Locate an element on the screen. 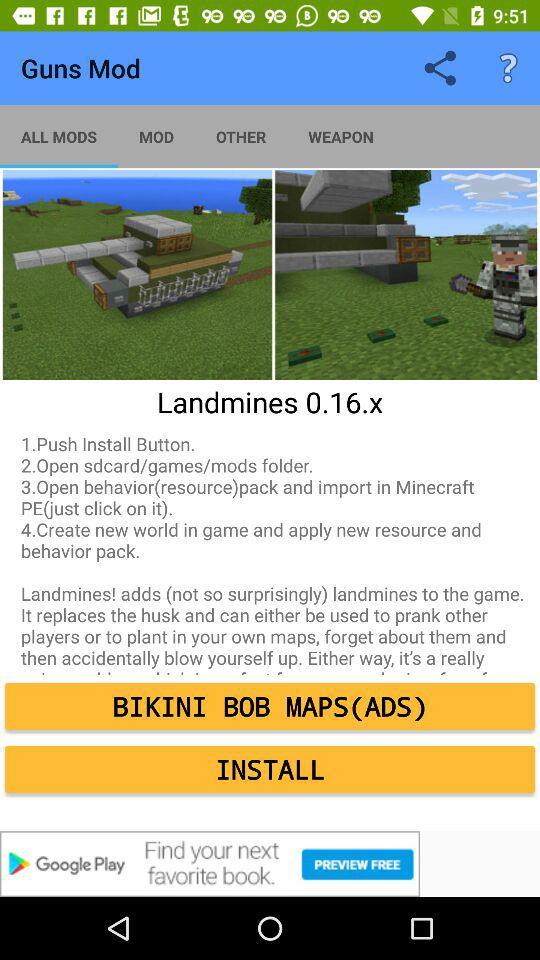  open advertisement is located at coordinates (270, 863).